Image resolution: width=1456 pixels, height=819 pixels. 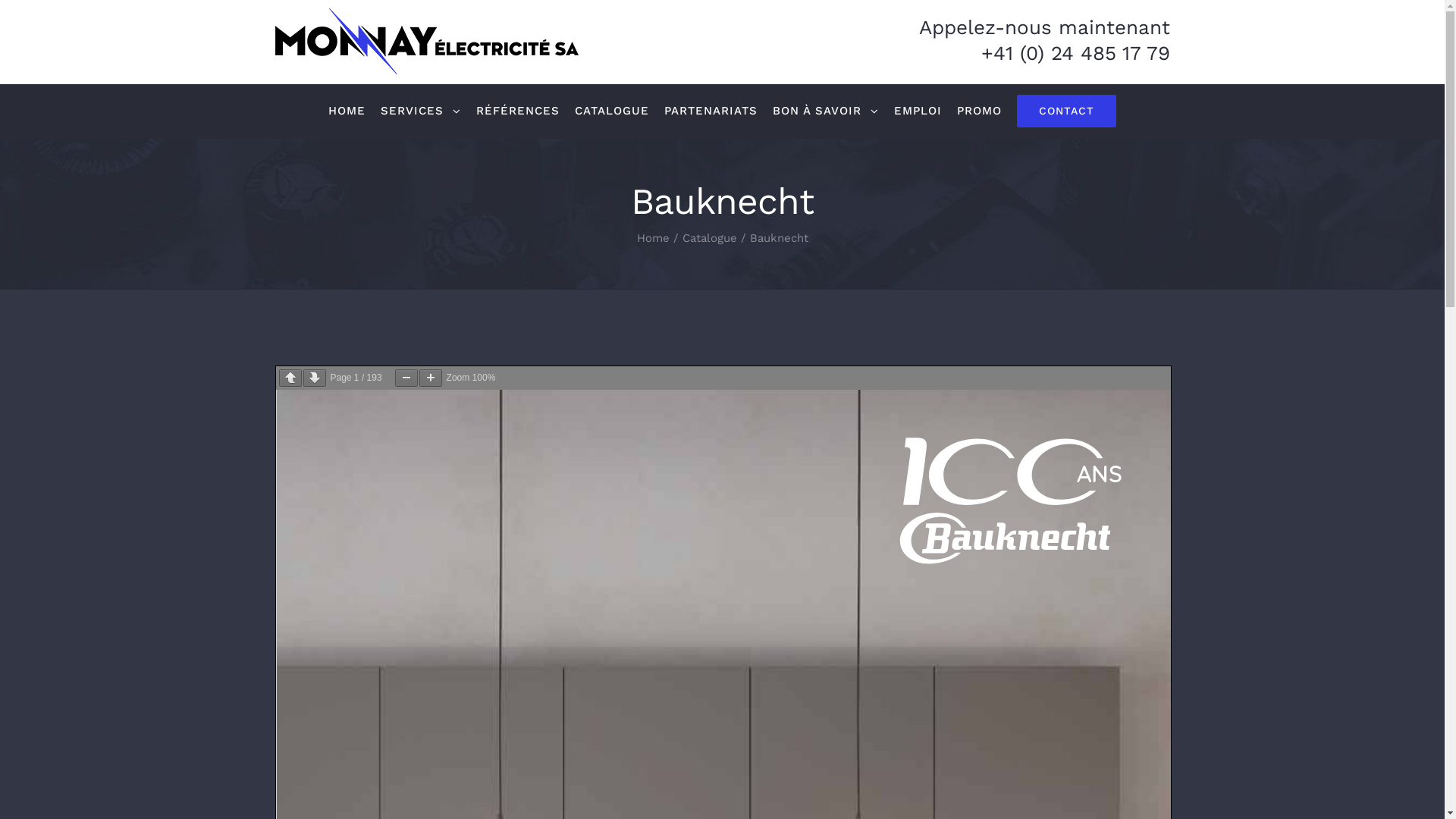 What do you see at coordinates (419, 377) in the screenshot?
I see `'Zoomer'` at bounding box center [419, 377].